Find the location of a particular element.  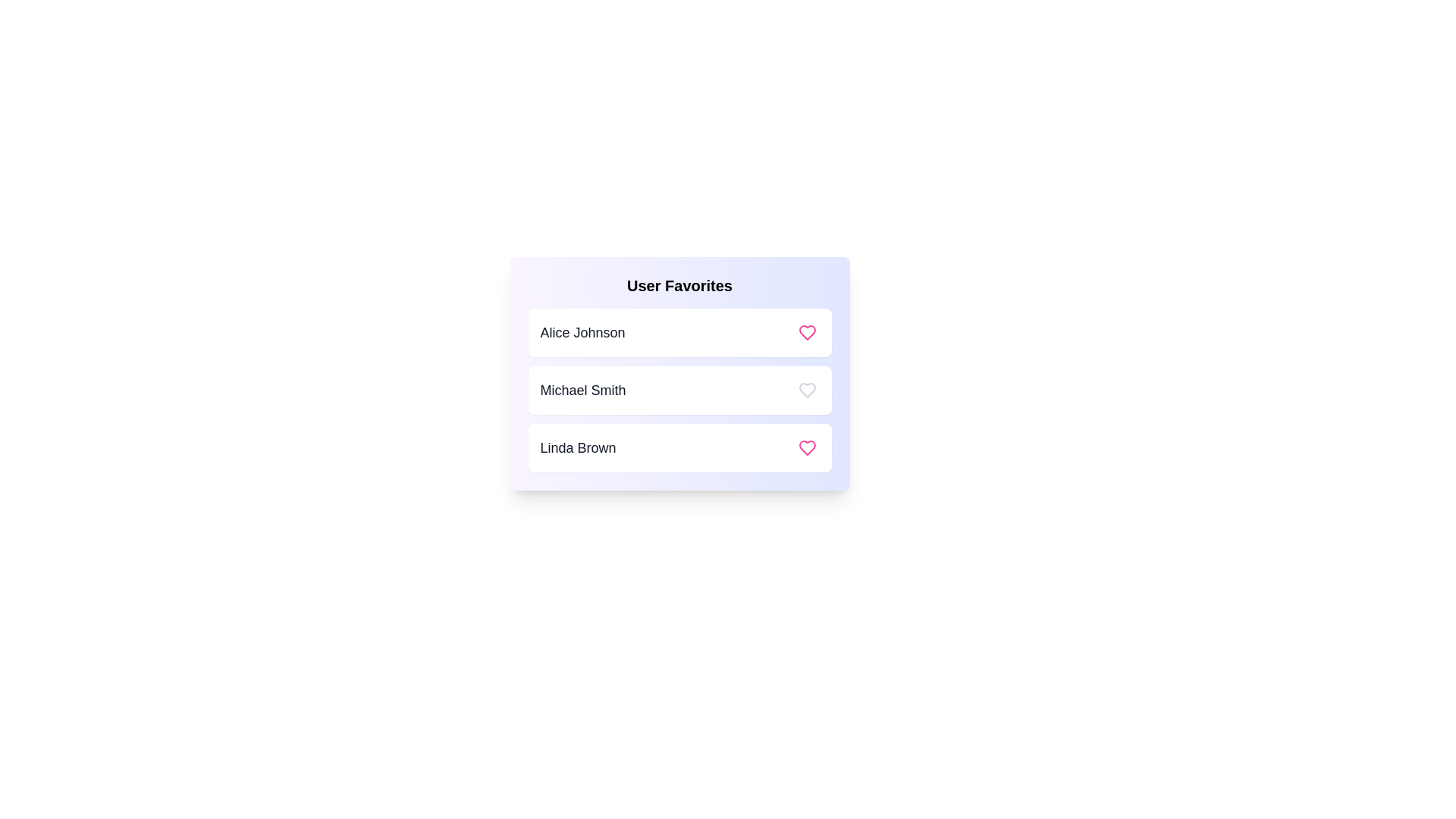

the list item with the name Alice Johnson is located at coordinates (679, 332).